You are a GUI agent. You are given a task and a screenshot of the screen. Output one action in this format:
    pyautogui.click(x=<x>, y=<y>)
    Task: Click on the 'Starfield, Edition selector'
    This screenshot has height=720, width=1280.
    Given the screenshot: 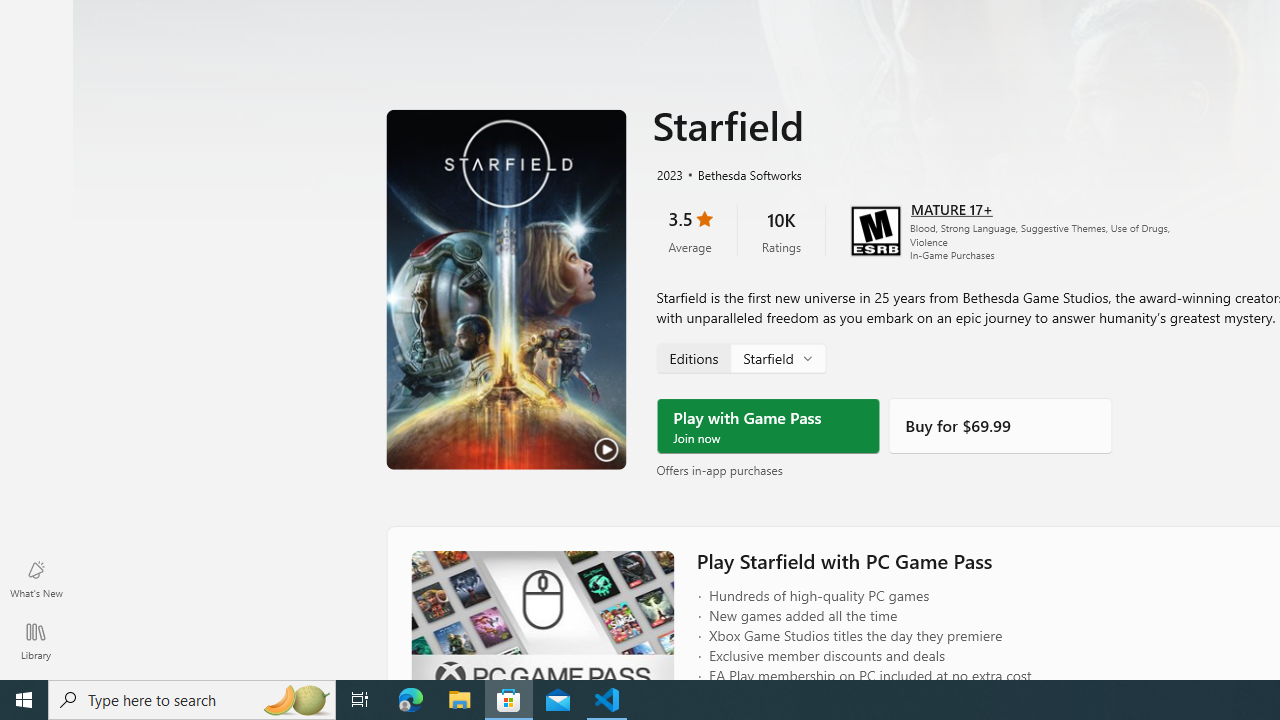 What is the action you would take?
    pyautogui.click(x=739, y=356)
    